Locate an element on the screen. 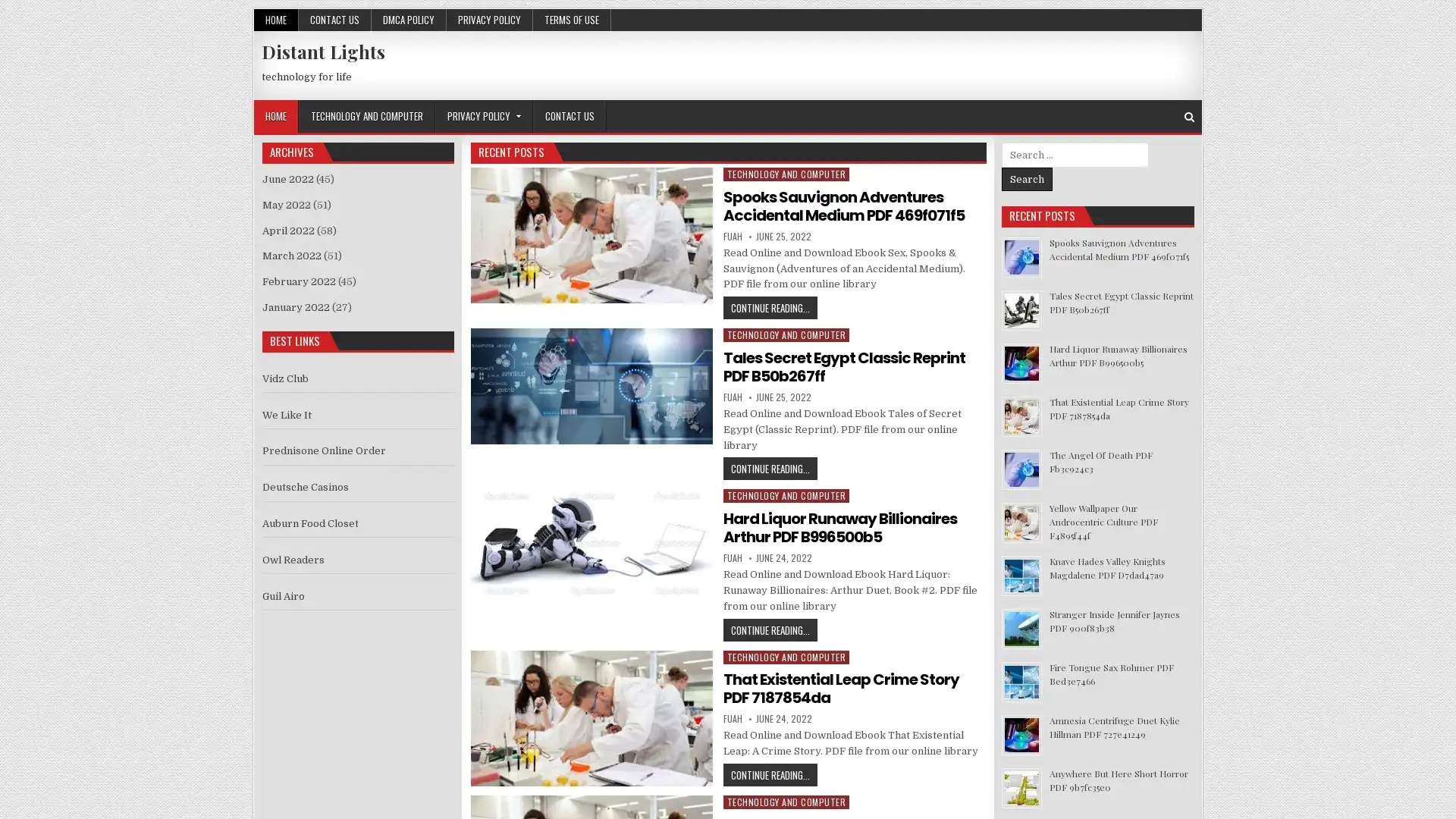 This screenshot has width=1456, height=819. Search is located at coordinates (1027, 178).